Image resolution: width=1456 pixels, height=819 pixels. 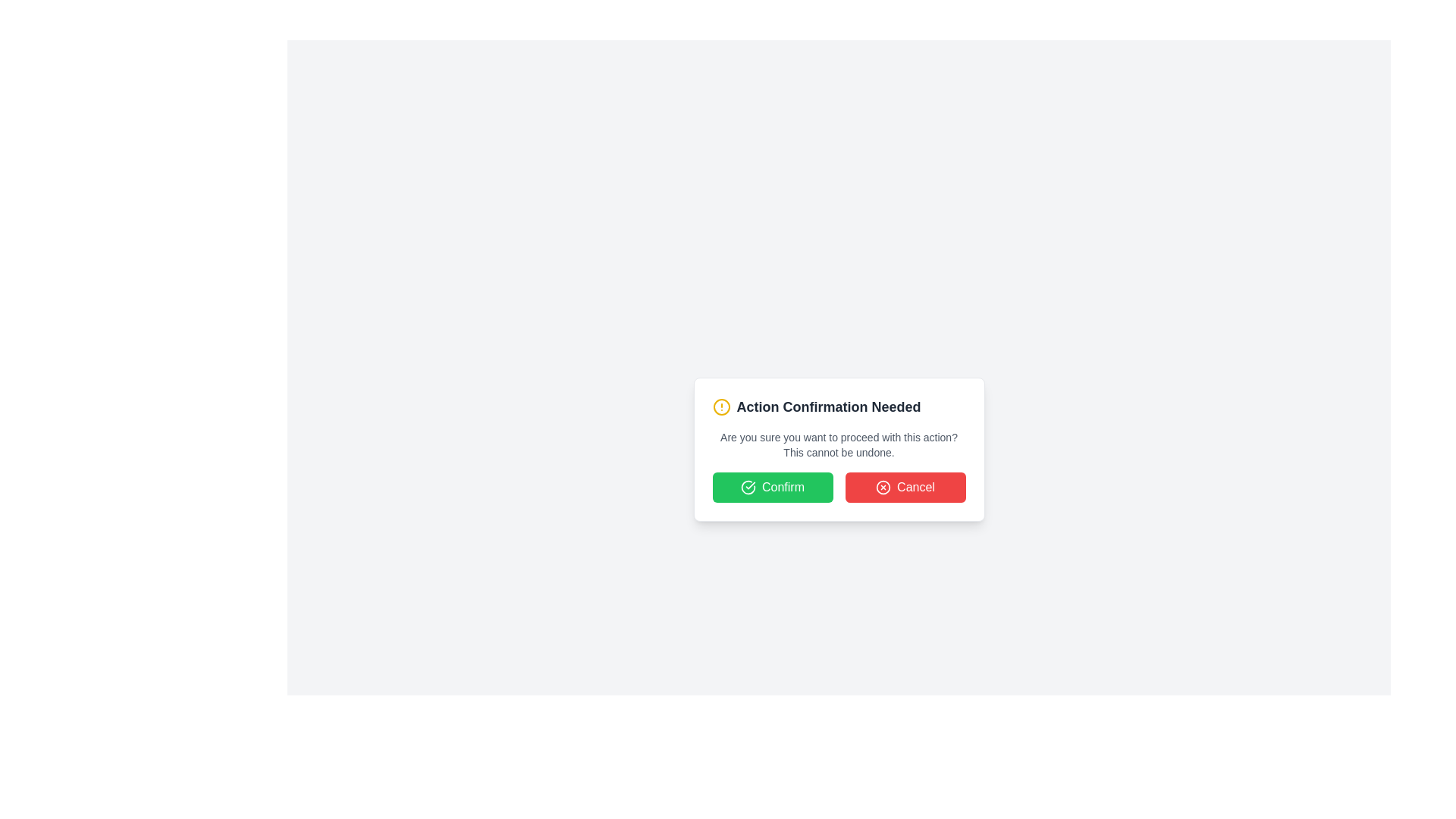 I want to click on the leftmost confirmation button in the dialog box to confirm the action, so click(x=772, y=488).